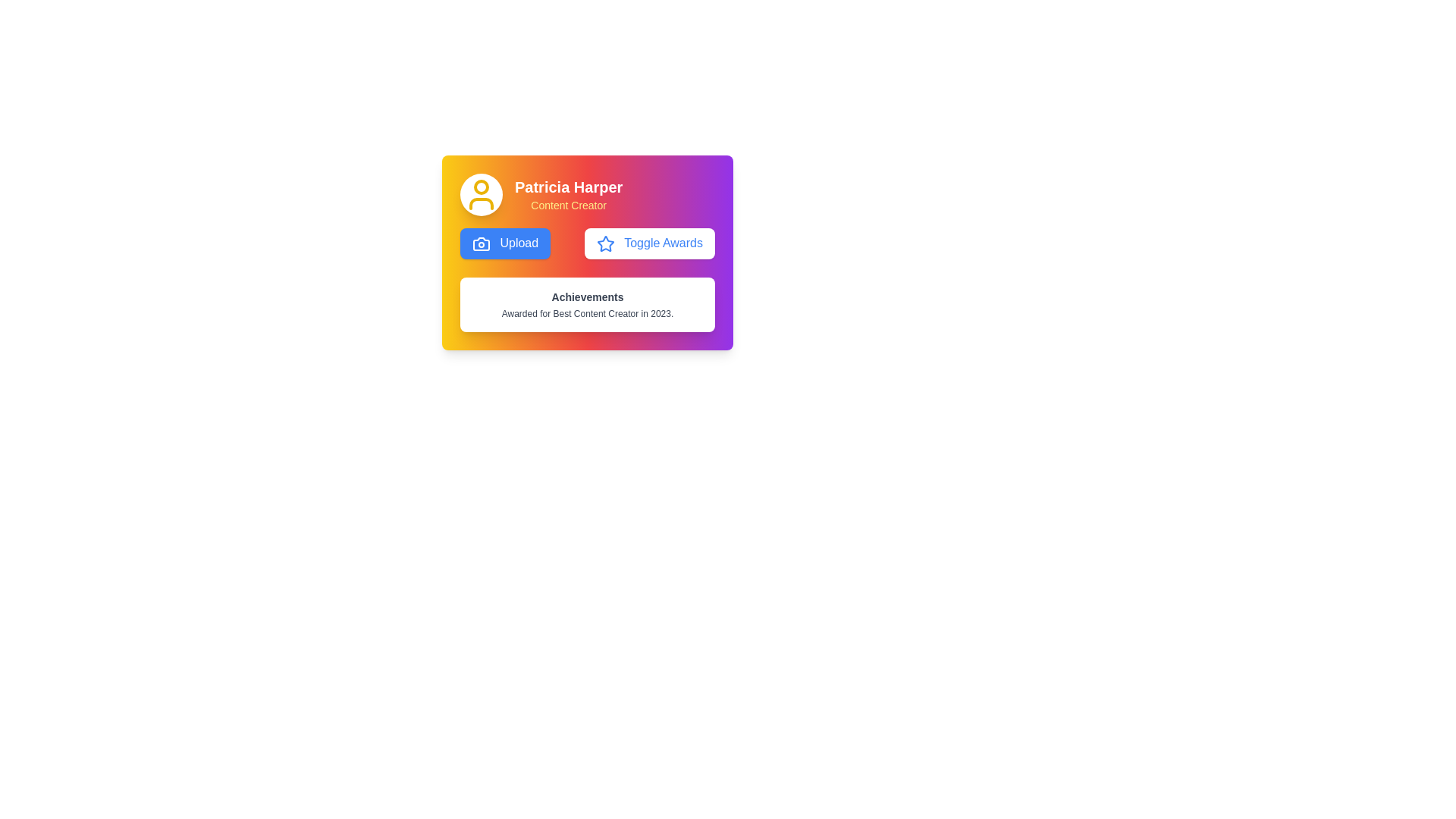 The height and width of the screenshot is (819, 1456). Describe the element at coordinates (568, 205) in the screenshot. I see `the Text Label displaying 'Content Creator', which is styled in yellow and located below 'Patricia Harper' in the profile details box` at that location.